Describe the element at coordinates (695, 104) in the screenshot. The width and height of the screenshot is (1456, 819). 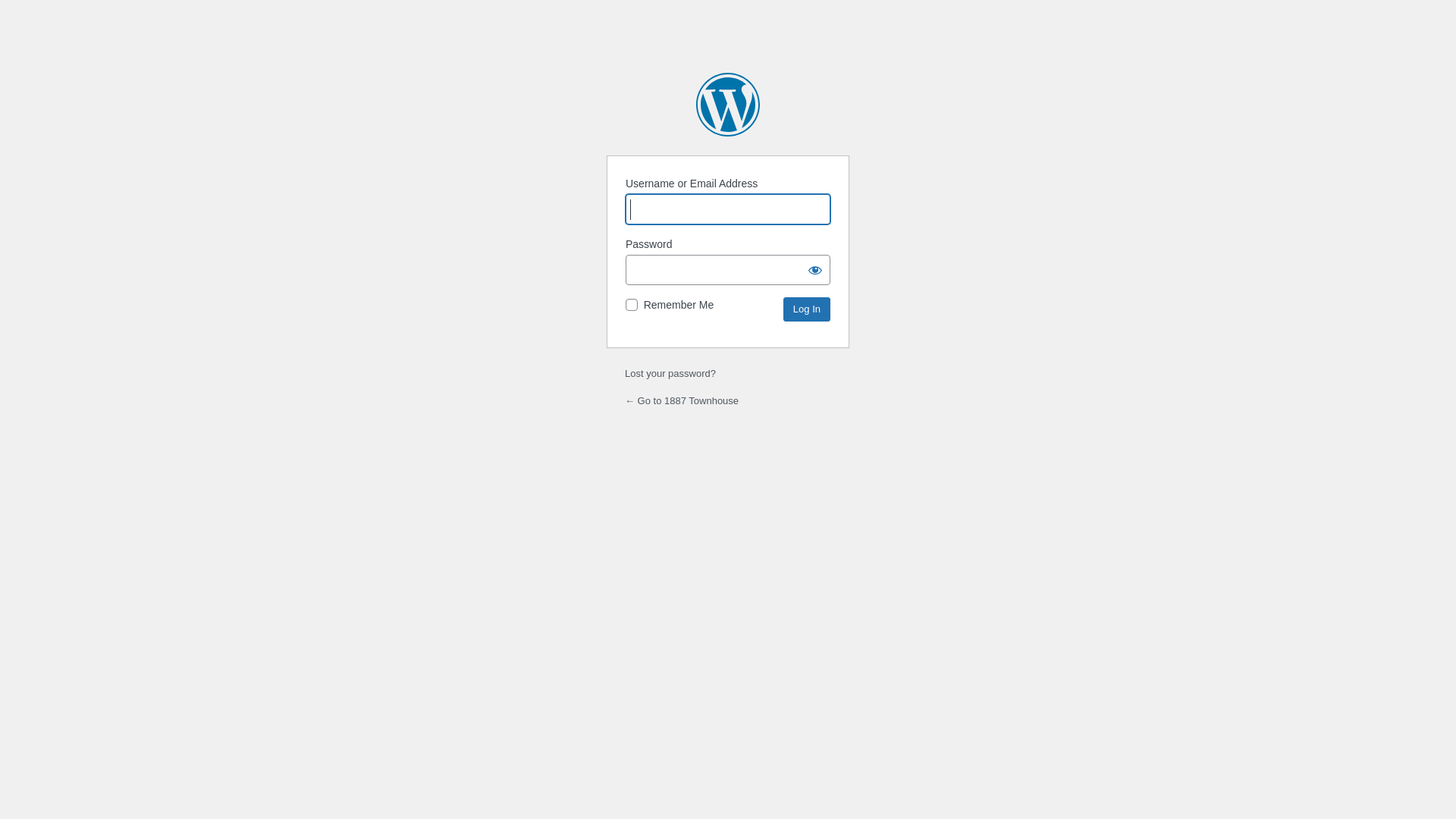
I see `'Powered by WordPress'` at that location.